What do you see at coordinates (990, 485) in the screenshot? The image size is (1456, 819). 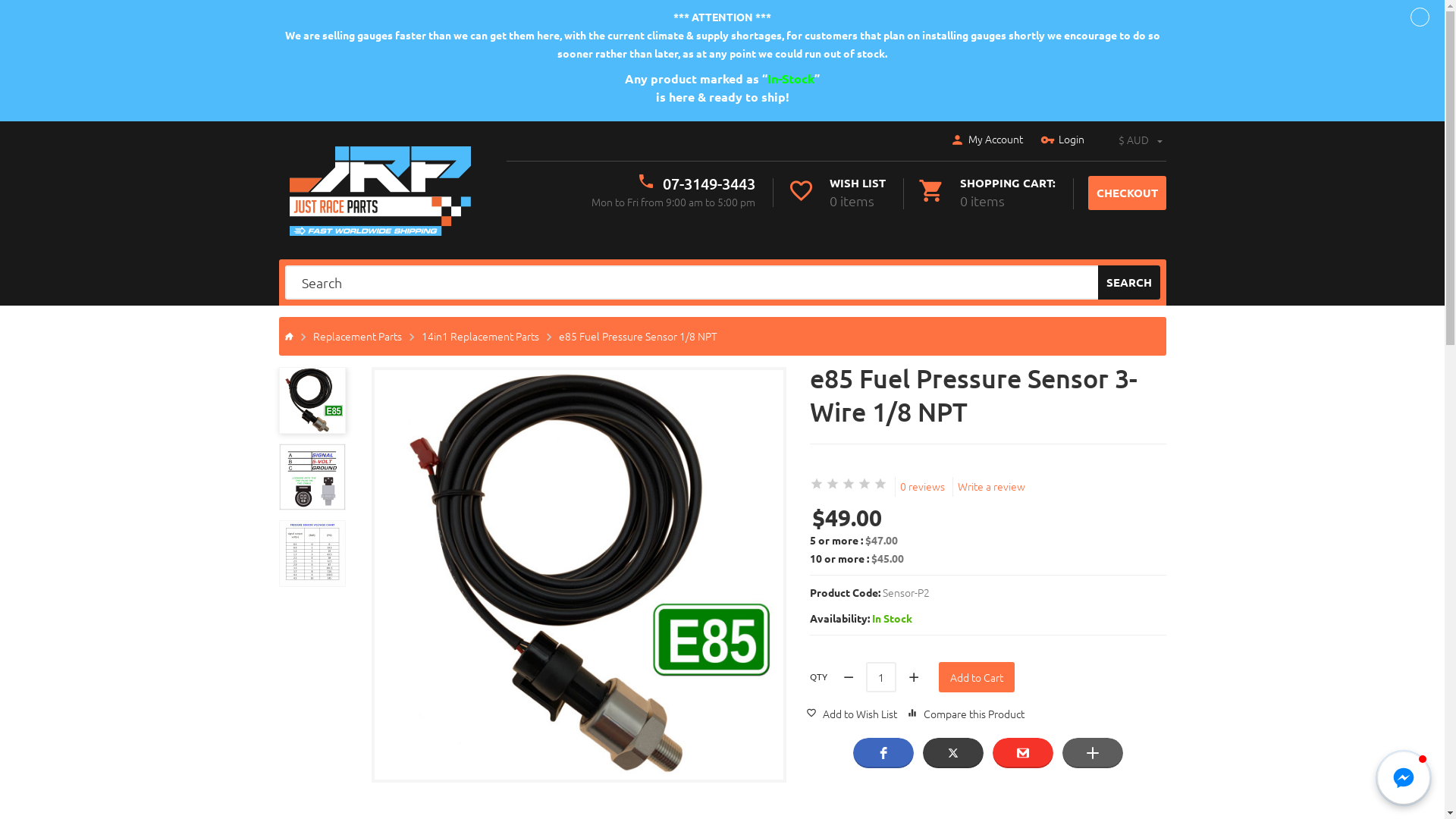 I see `'Write a review'` at bounding box center [990, 485].